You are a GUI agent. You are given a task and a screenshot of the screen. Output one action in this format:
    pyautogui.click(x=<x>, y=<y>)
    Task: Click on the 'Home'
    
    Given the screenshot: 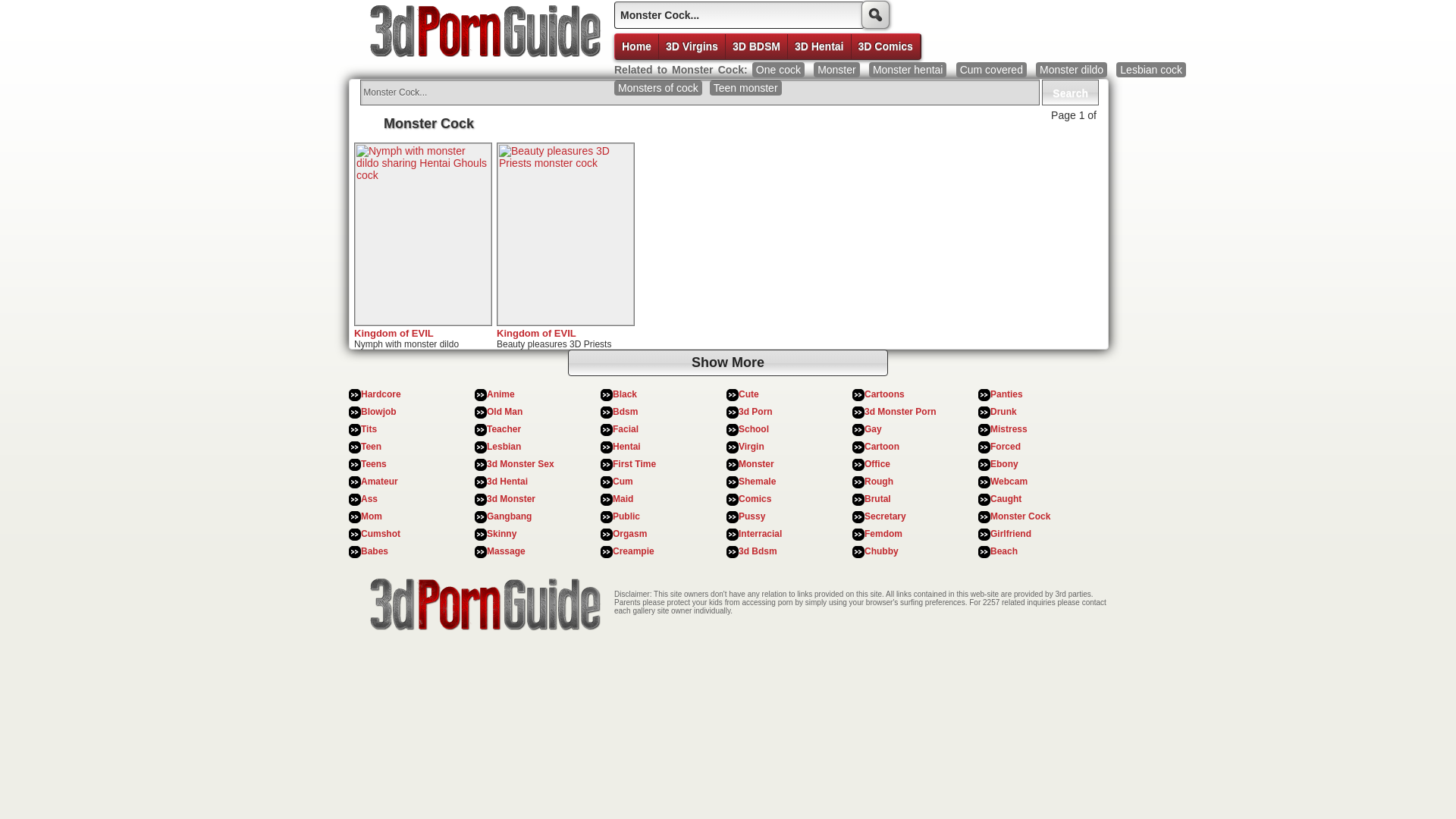 What is the action you would take?
    pyautogui.click(x=615, y=45)
    